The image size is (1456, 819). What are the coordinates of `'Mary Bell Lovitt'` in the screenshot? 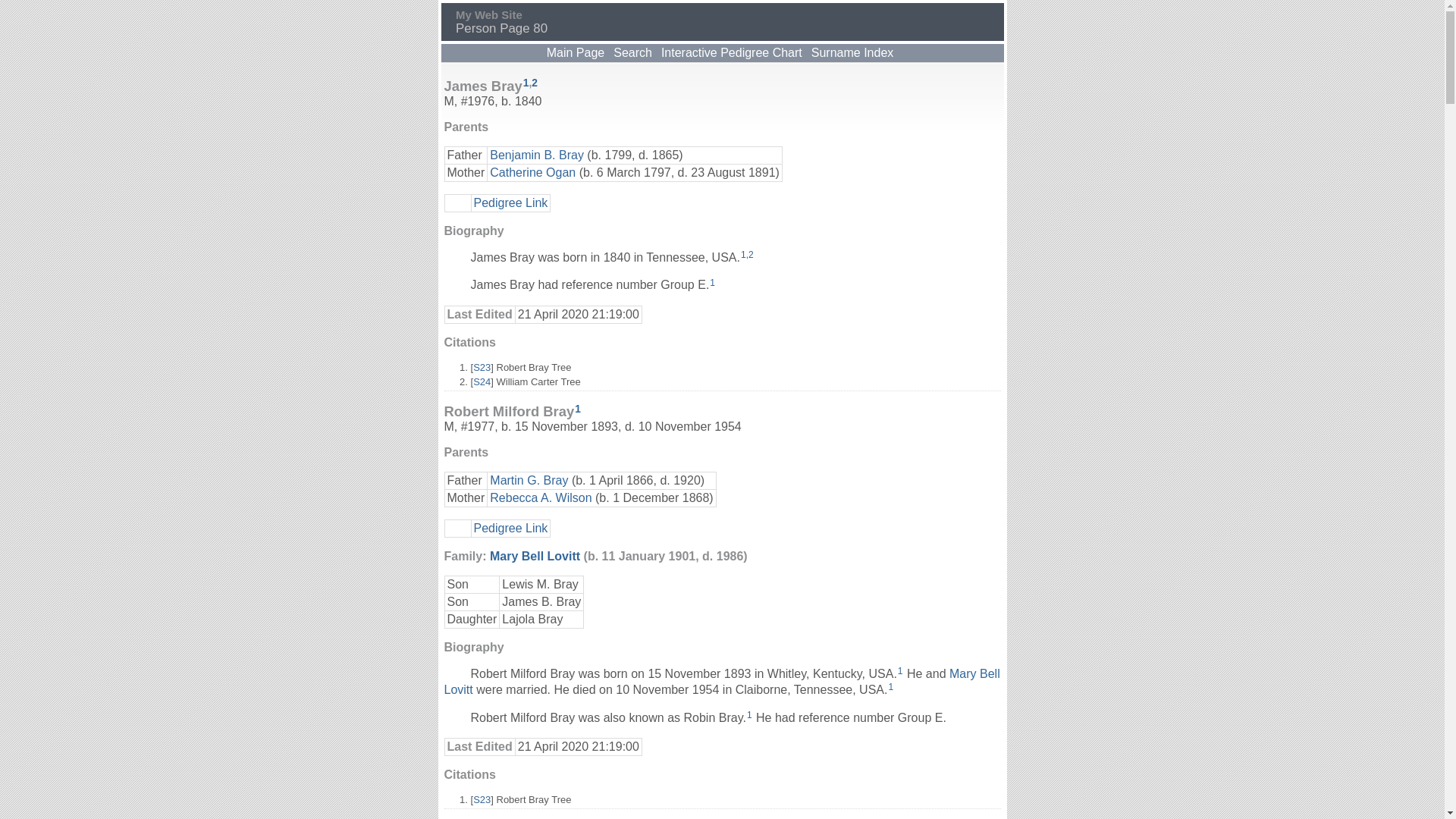 It's located at (490, 556).